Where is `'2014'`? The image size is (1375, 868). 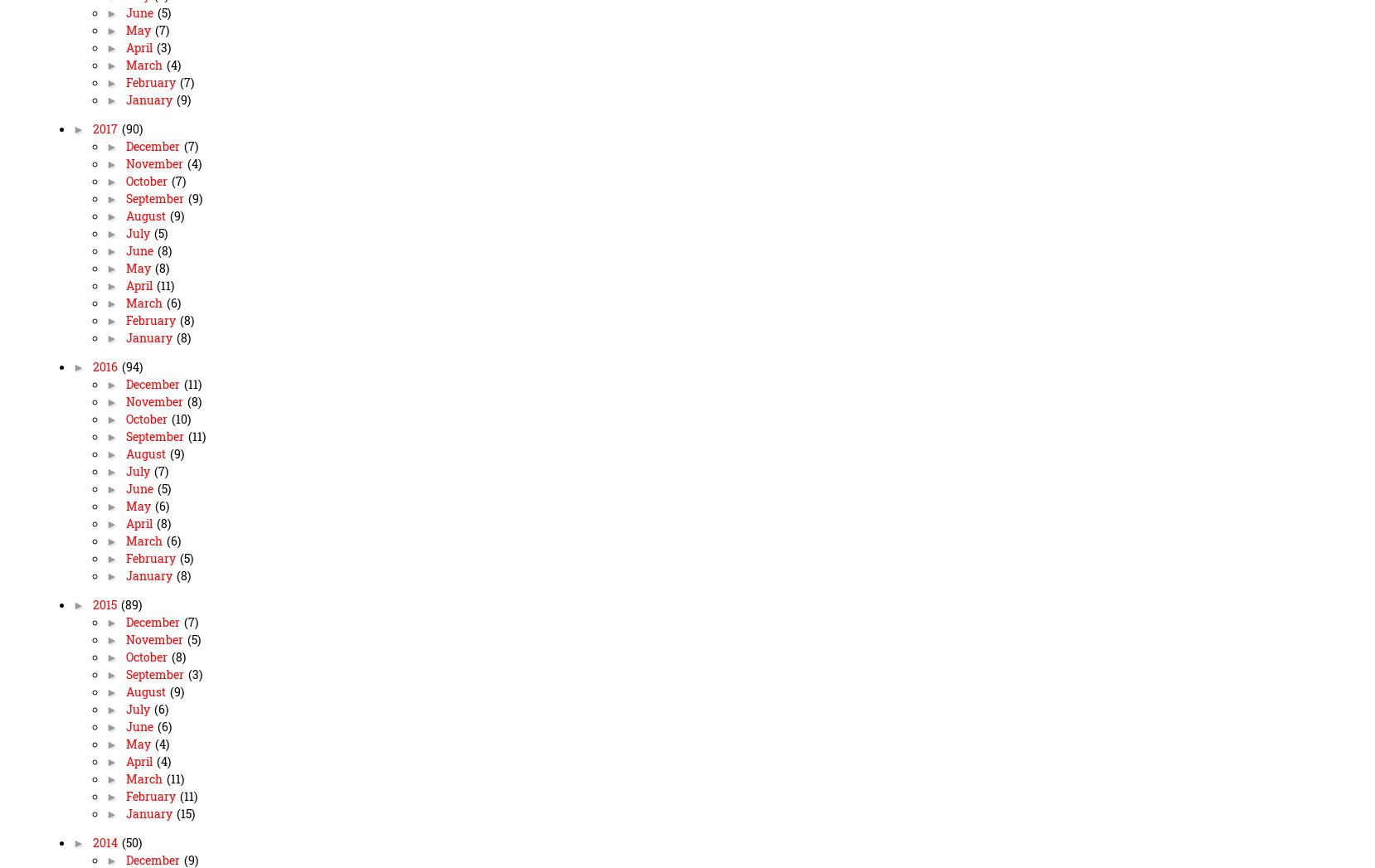 '2014' is located at coordinates (105, 843).